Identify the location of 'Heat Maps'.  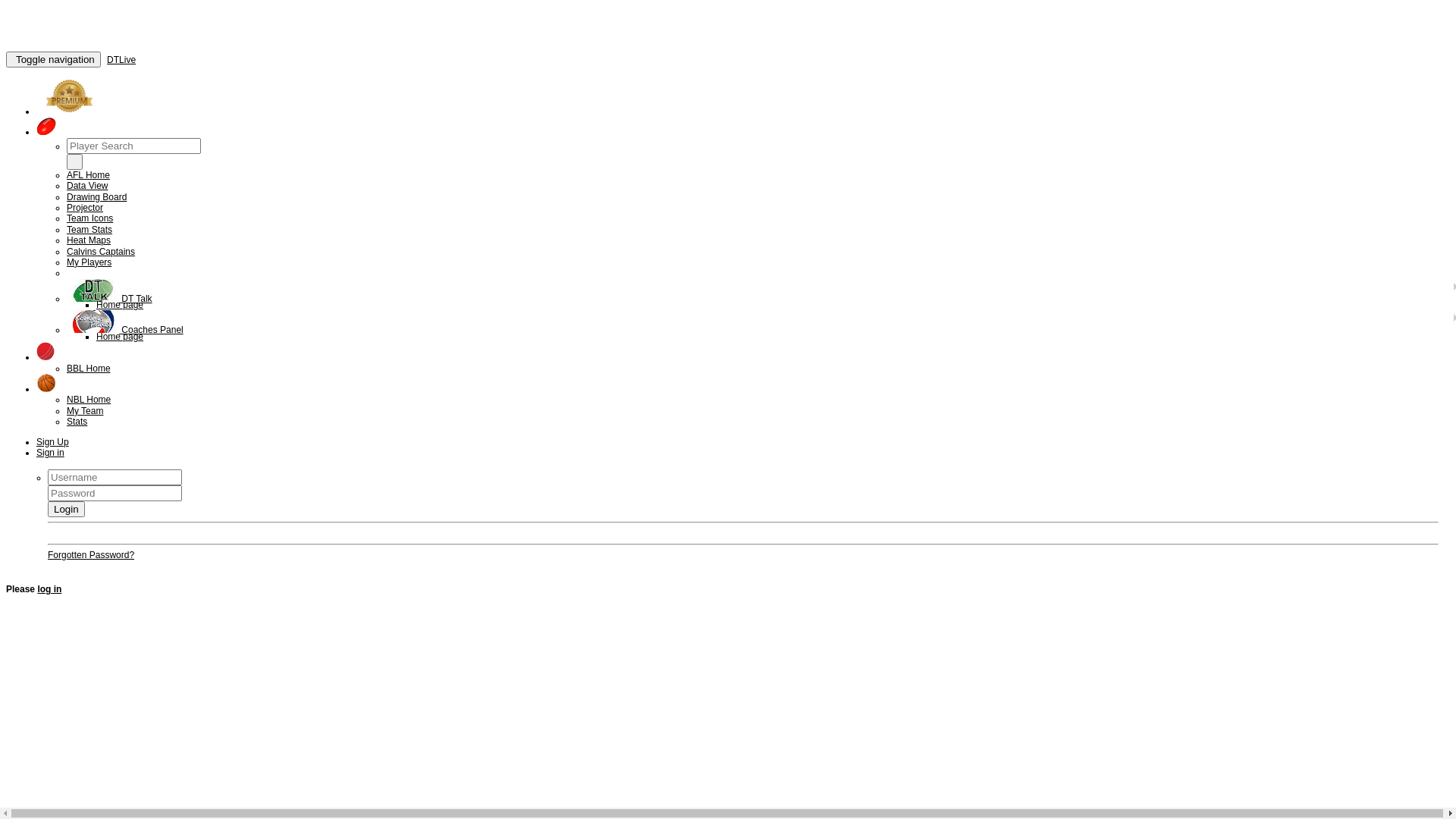
(87, 239).